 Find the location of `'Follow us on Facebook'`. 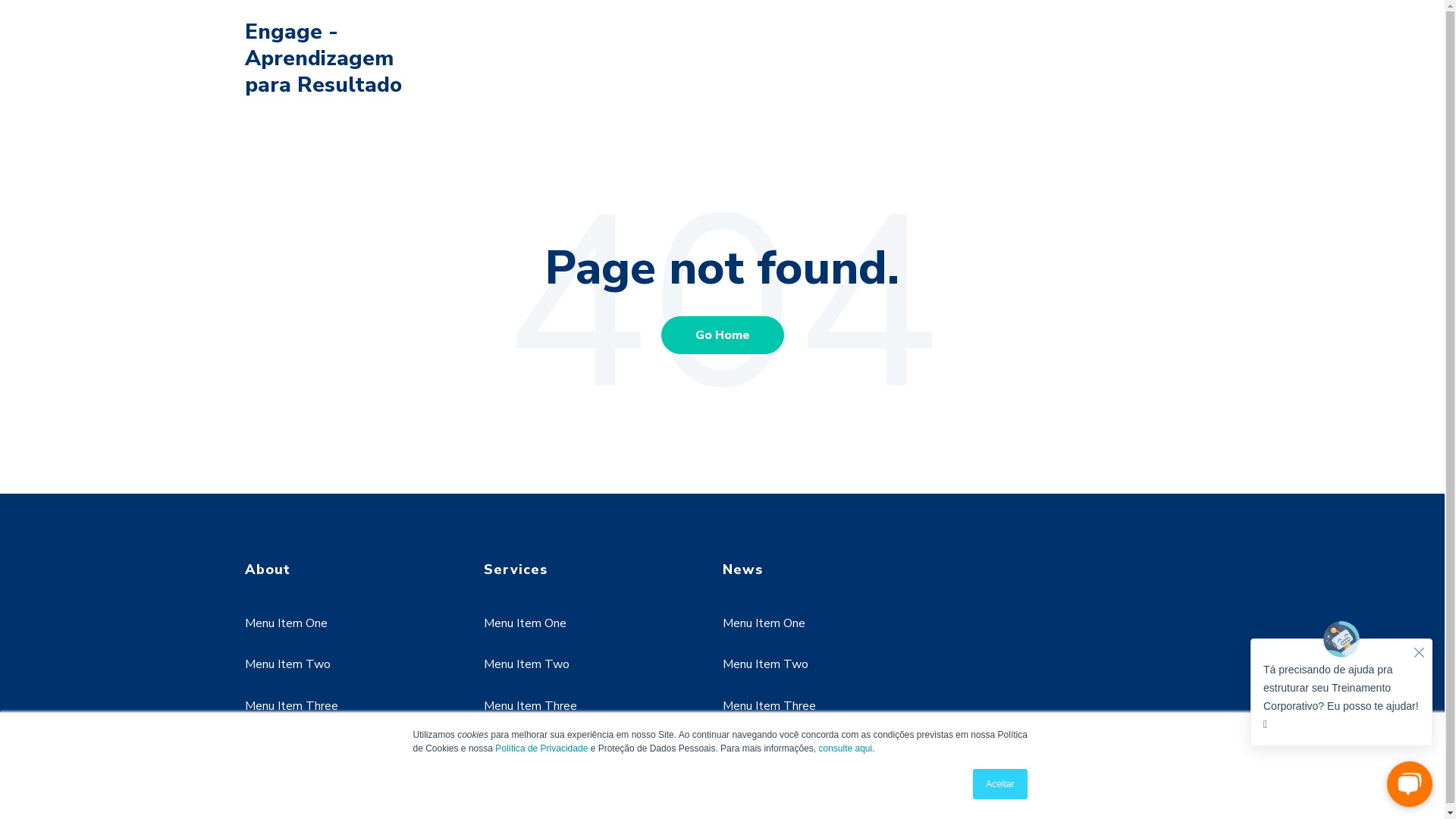

'Follow us on Facebook' is located at coordinates (262, 770).